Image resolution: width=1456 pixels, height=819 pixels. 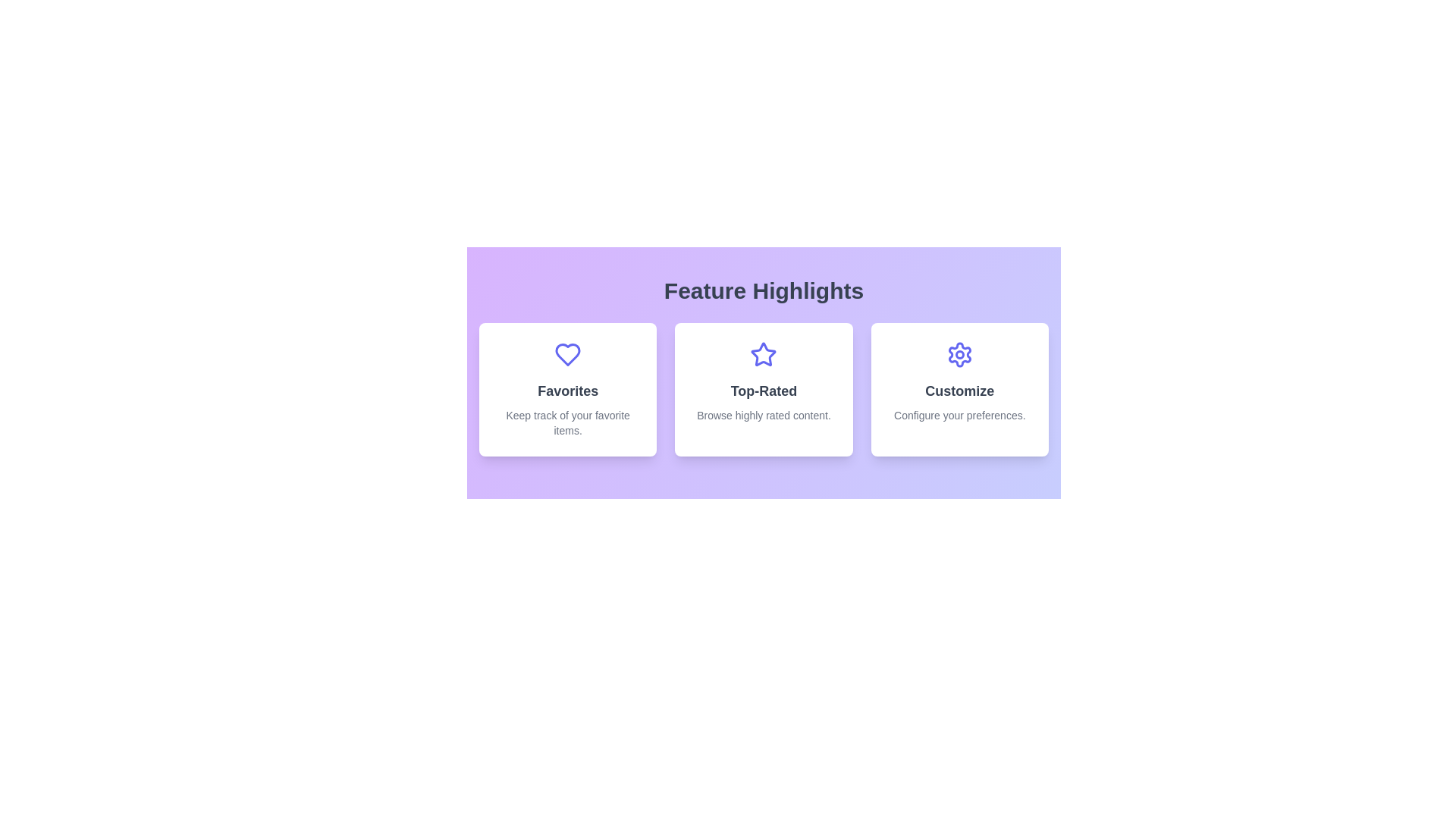 What do you see at coordinates (567, 354) in the screenshot?
I see `the heart-shaped icon within the 'Favorites' card to interact with it` at bounding box center [567, 354].